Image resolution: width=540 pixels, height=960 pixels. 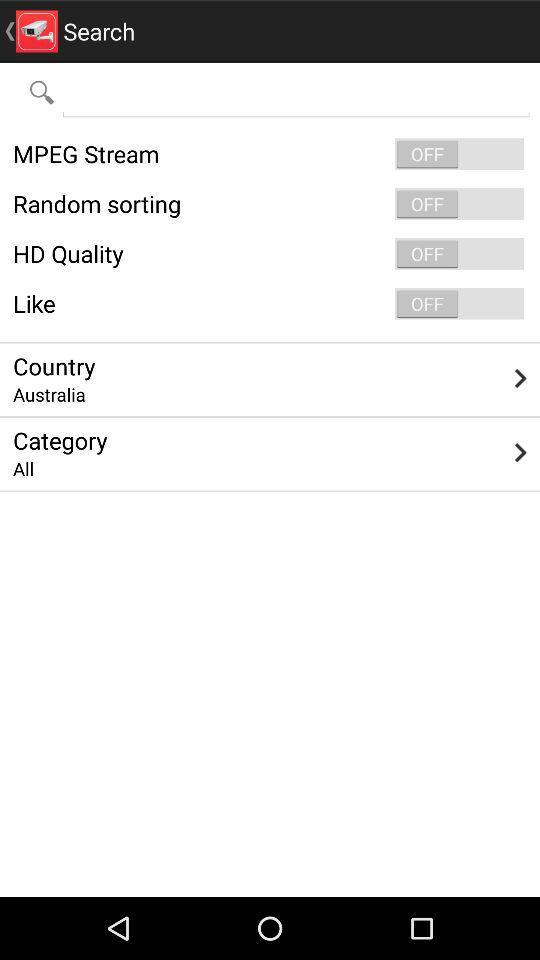 What do you see at coordinates (270, 153) in the screenshot?
I see `the mpeg stream item` at bounding box center [270, 153].